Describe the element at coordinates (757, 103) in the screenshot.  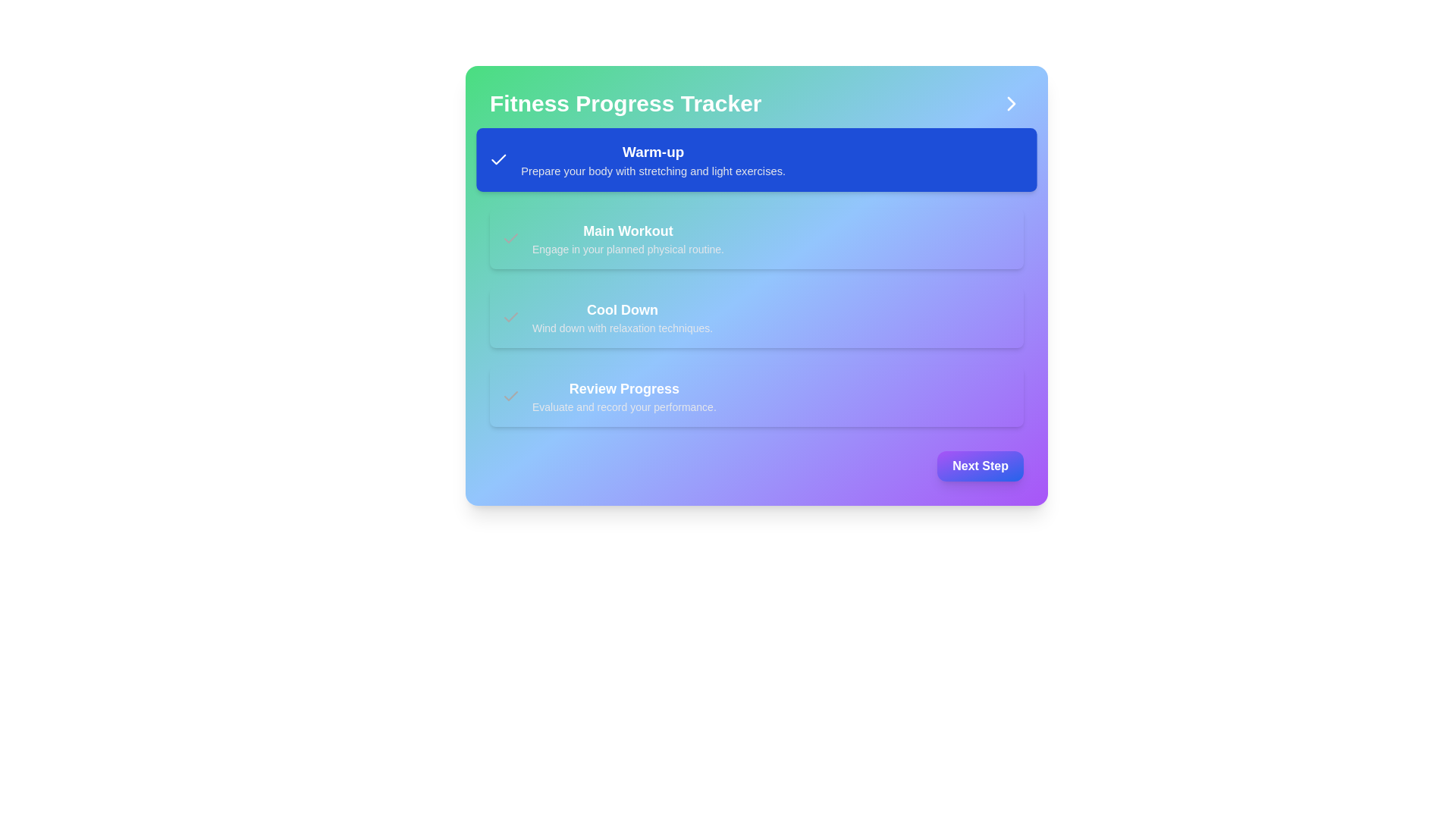
I see `the 'Fitness Progress Tracker' text in the header section of the card layout to read it` at that location.